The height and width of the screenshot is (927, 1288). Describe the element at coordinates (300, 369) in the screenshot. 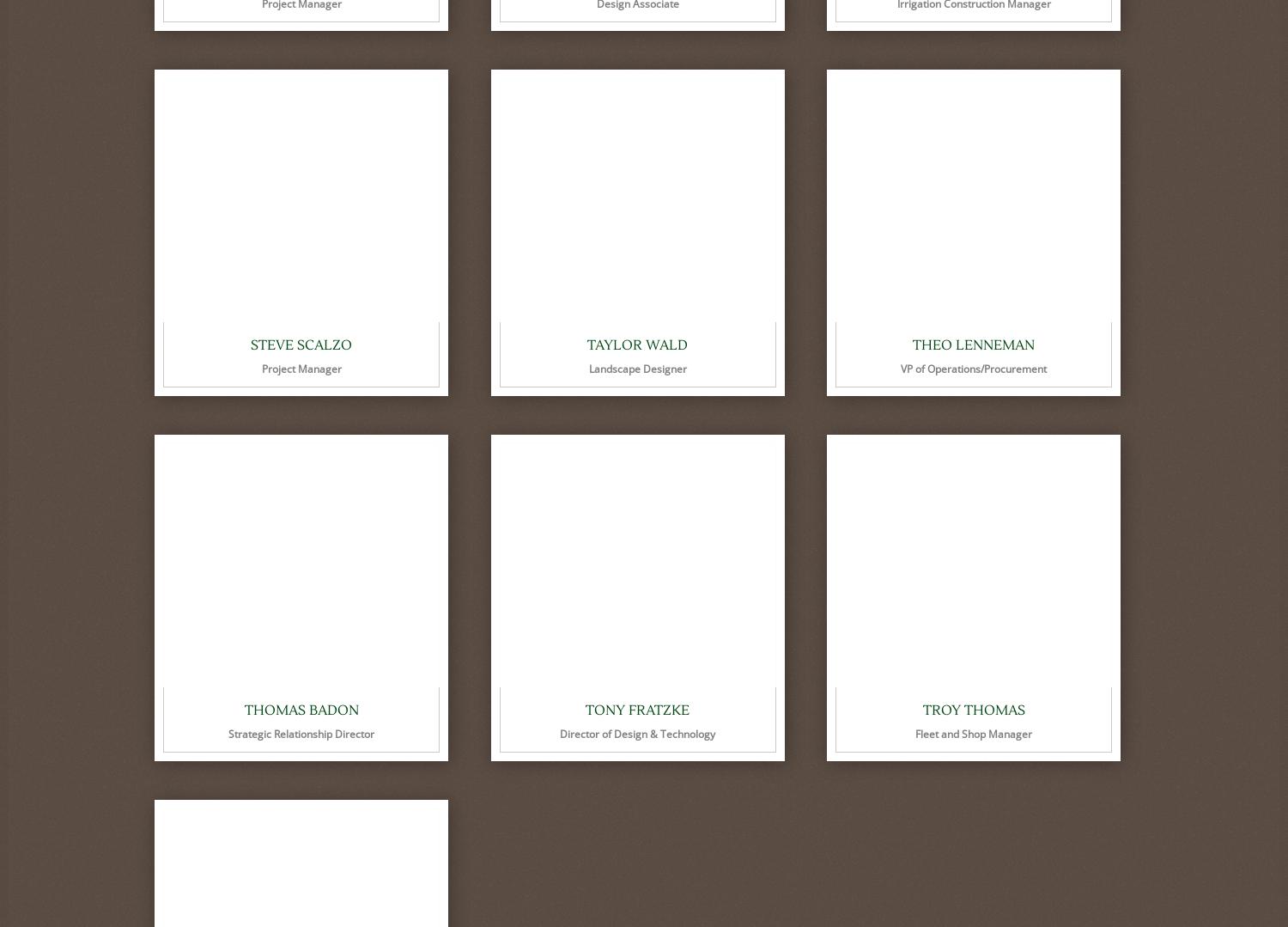

I see `'Project Manager'` at that location.